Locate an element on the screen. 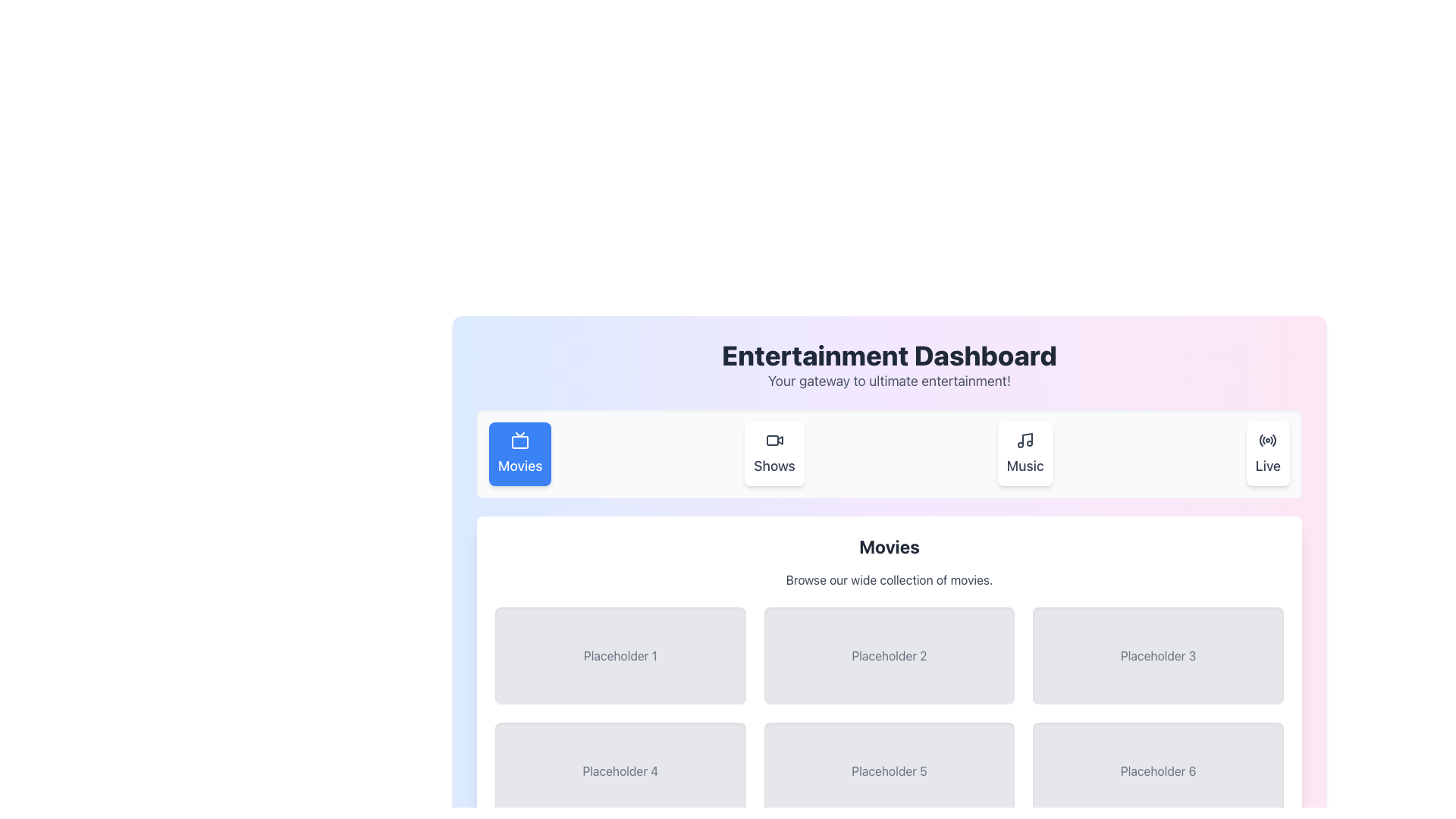 The height and width of the screenshot is (819, 1456). the textual header component with the title 'Entertainment Dashboard' and subtitle 'Your gateway to ultimate entertainment!', which is prominently displayed at the top of the interface is located at coordinates (889, 366).